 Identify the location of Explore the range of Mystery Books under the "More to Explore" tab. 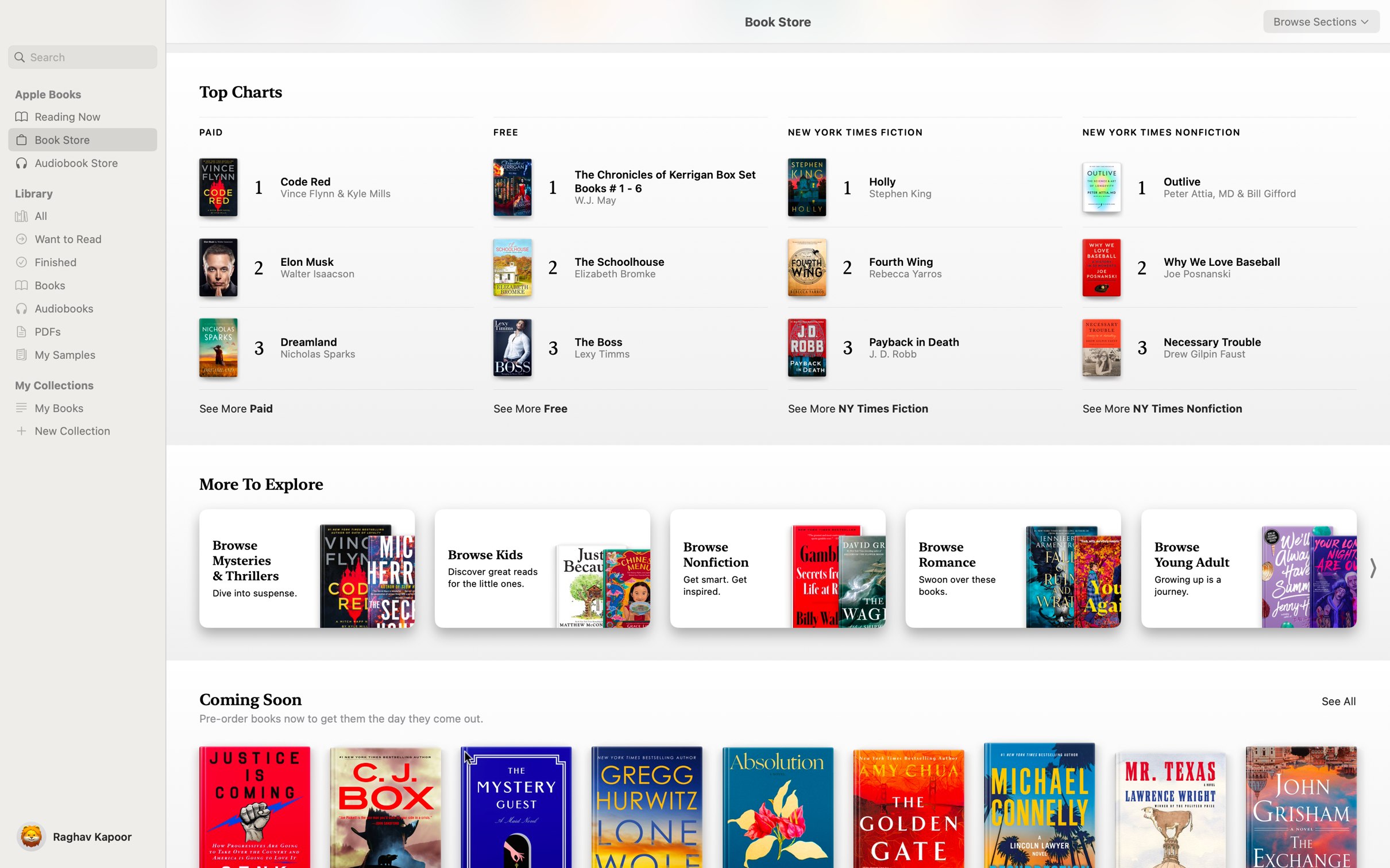
(306, 568).